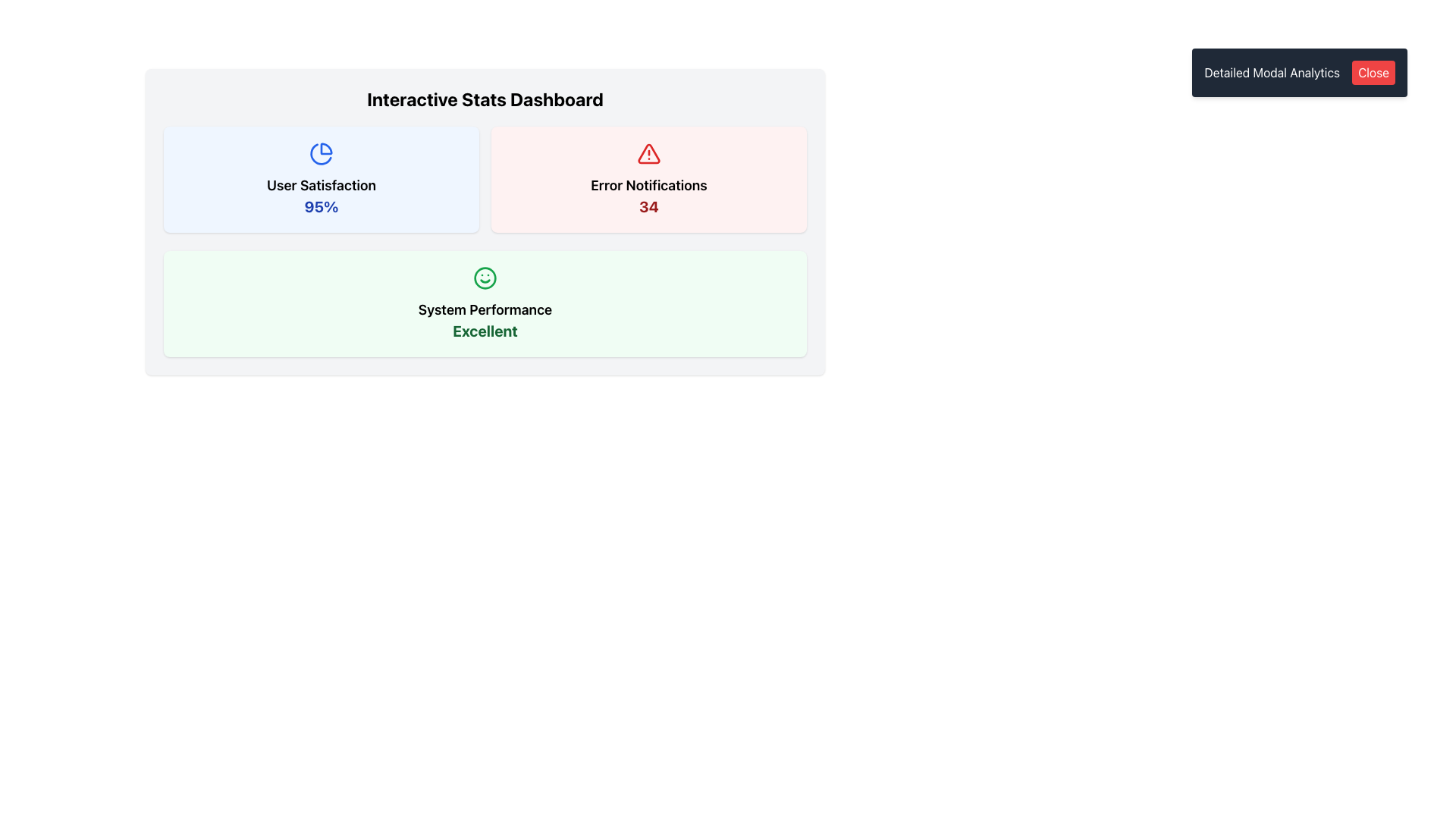 This screenshot has width=1456, height=819. What do you see at coordinates (320, 185) in the screenshot?
I see `the 'User Satisfaction' label which is a bold text element located in the top-left corner of the main content area, positioned above the value '95%' within a light blue card` at bounding box center [320, 185].